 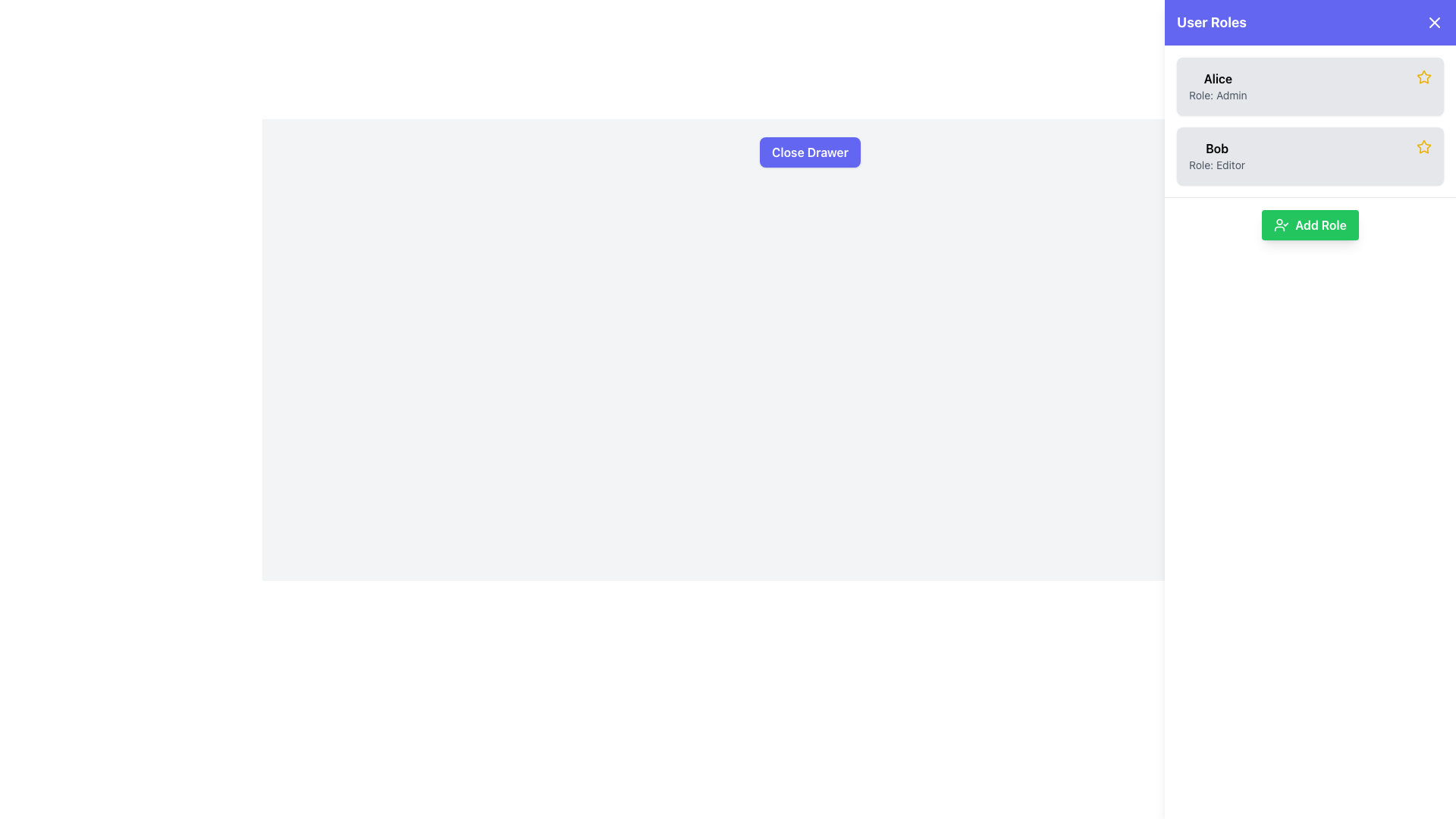 I want to click on information displayed in the Text label that shows the role assigned to the user 'Bob', located beneath the name 'Bob' in the 'User Roles' panel, so click(x=1216, y=165).